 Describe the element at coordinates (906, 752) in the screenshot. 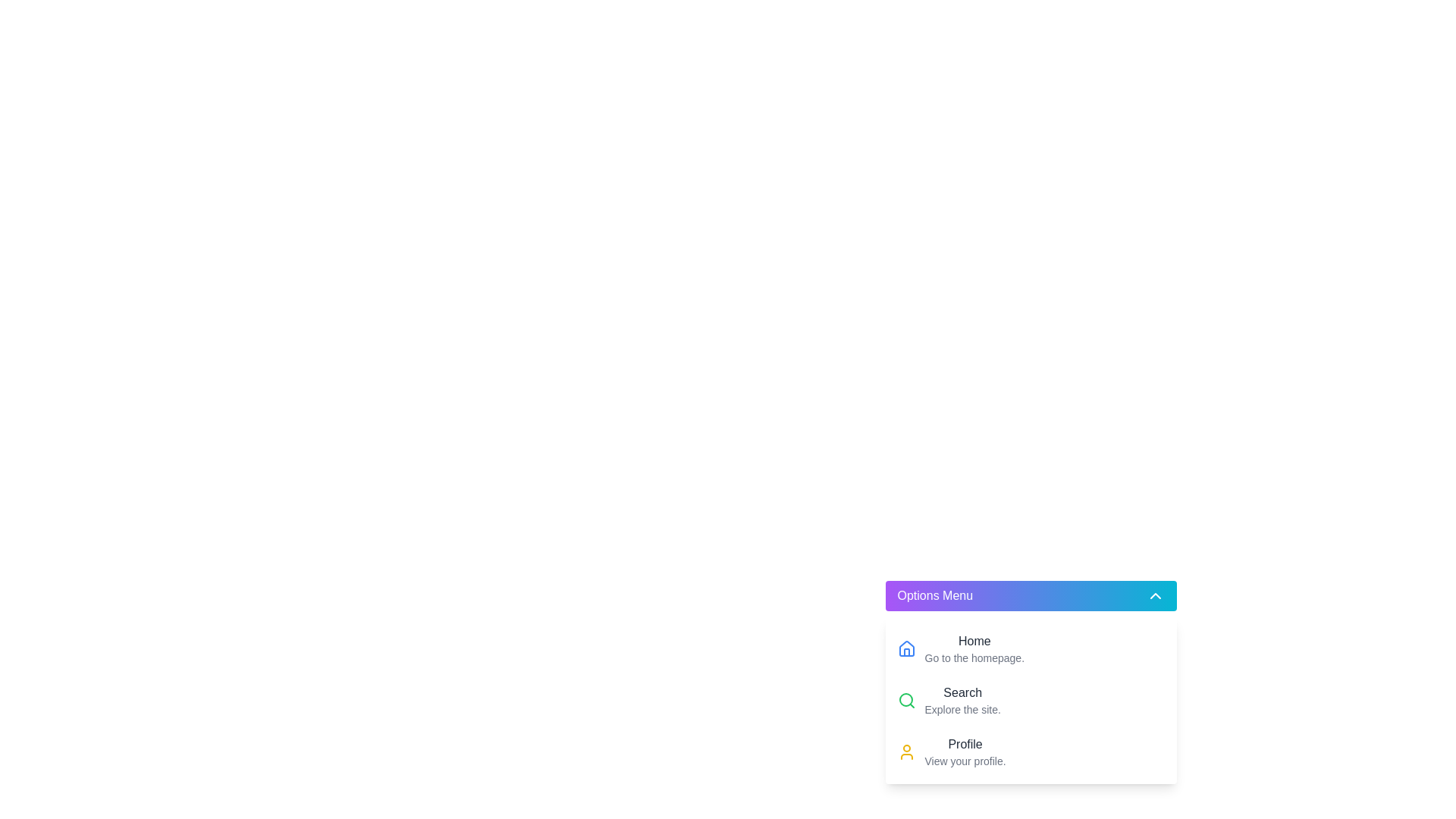

I see `the 'Profile' menu icon located in the bottom-right corner of the interface to use it as a reference for the menu item it represents` at that location.